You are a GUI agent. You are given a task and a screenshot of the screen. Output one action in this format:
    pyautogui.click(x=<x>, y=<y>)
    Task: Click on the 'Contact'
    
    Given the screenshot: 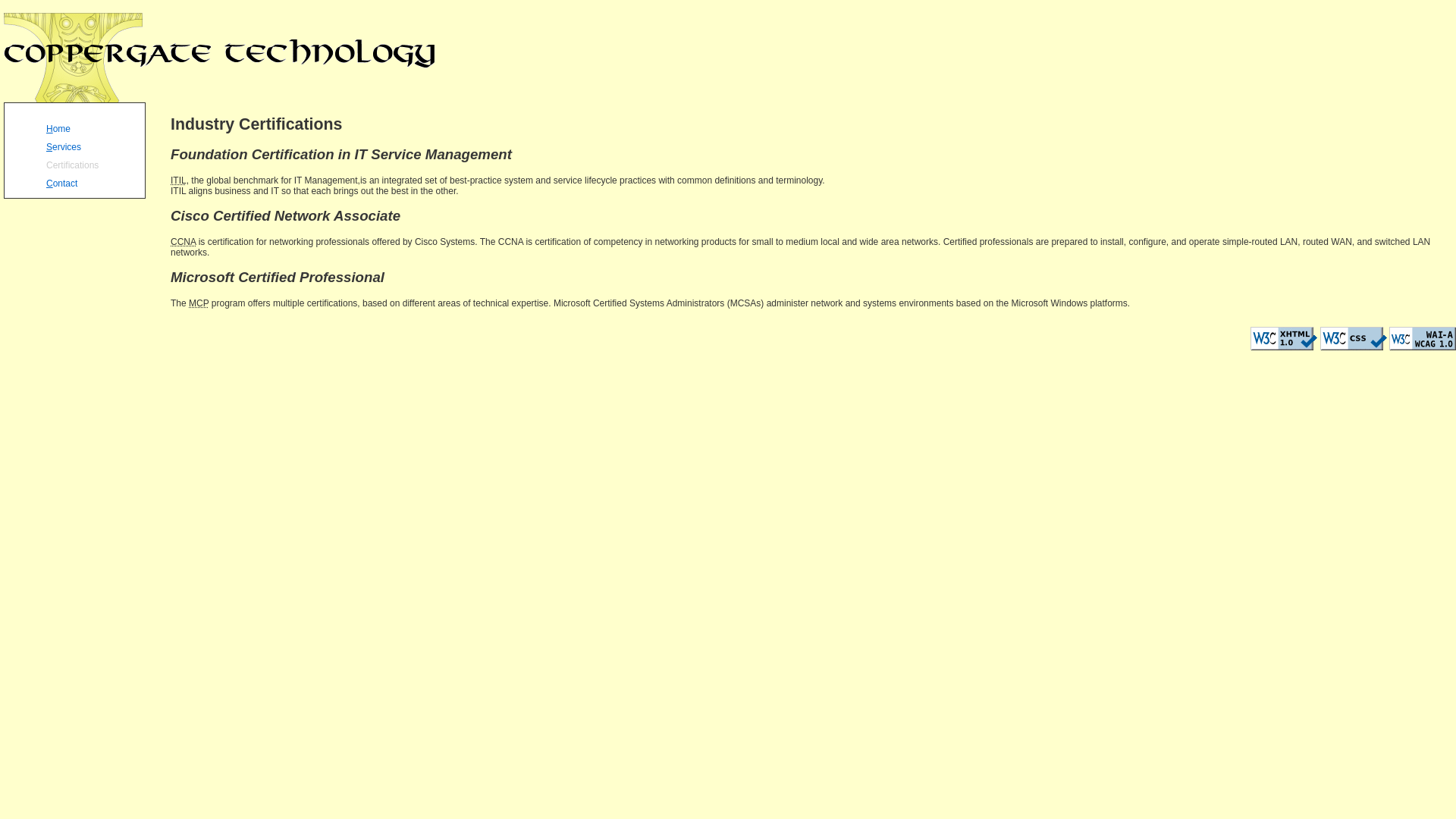 What is the action you would take?
    pyautogui.click(x=93, y=180)
    